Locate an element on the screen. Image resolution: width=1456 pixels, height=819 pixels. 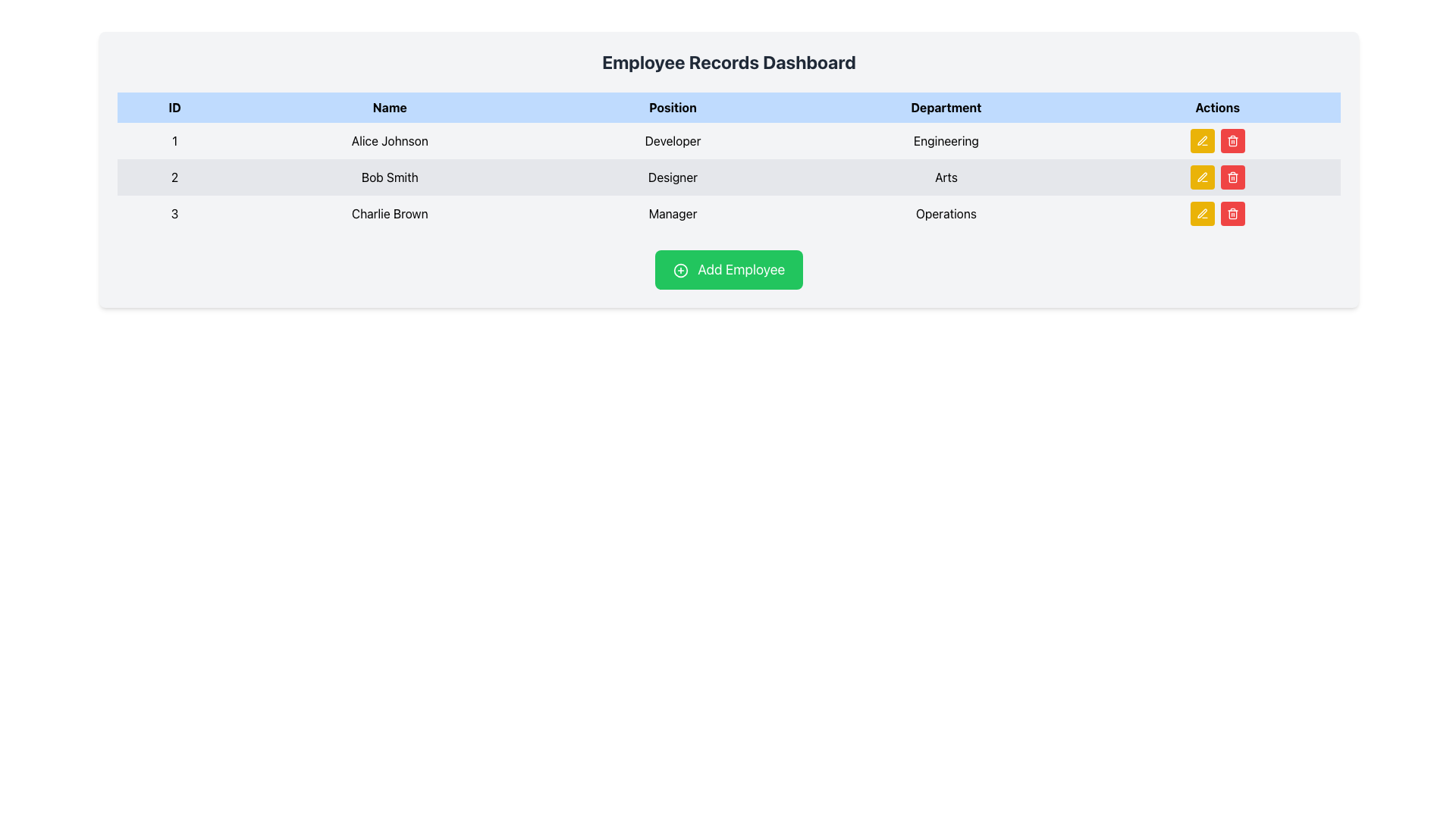
the yellow pencil icon button in the second row under the 'Actions' column is located at coordinates (1201, 176).